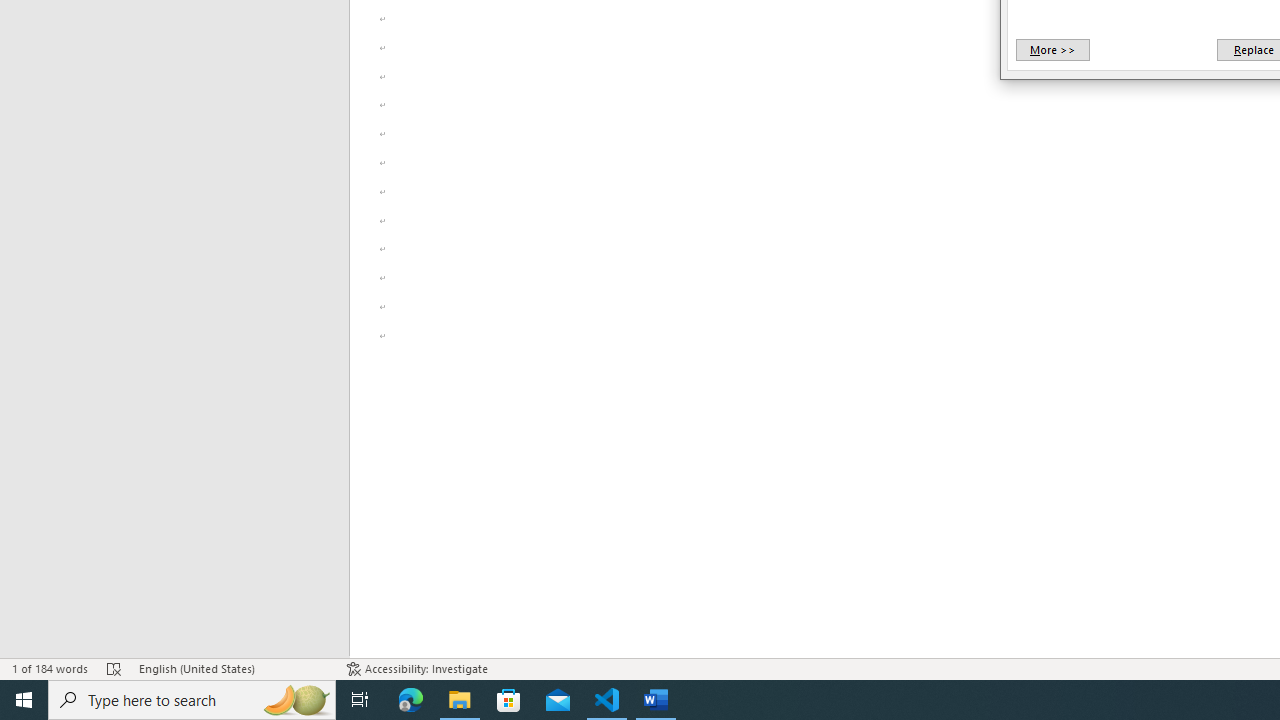  I want to click on 'Task View', so click(359, 698).